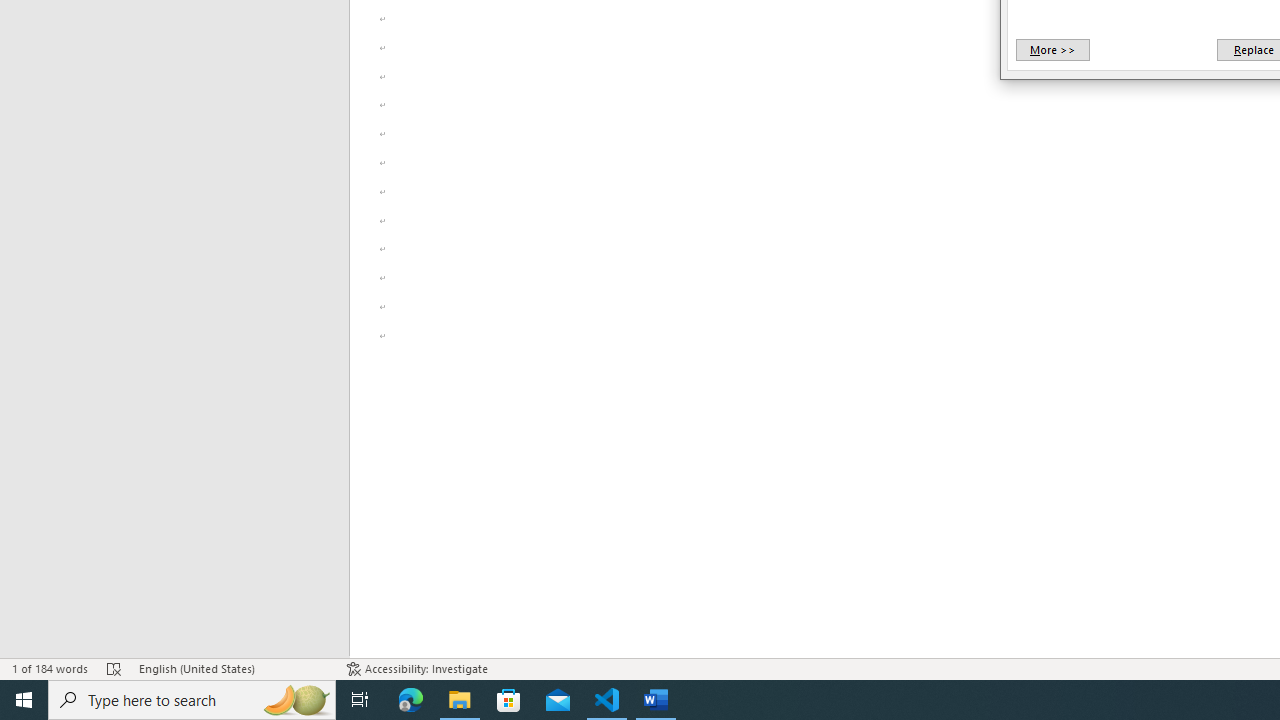  I want to click on 'Task View', so click(359, 698).